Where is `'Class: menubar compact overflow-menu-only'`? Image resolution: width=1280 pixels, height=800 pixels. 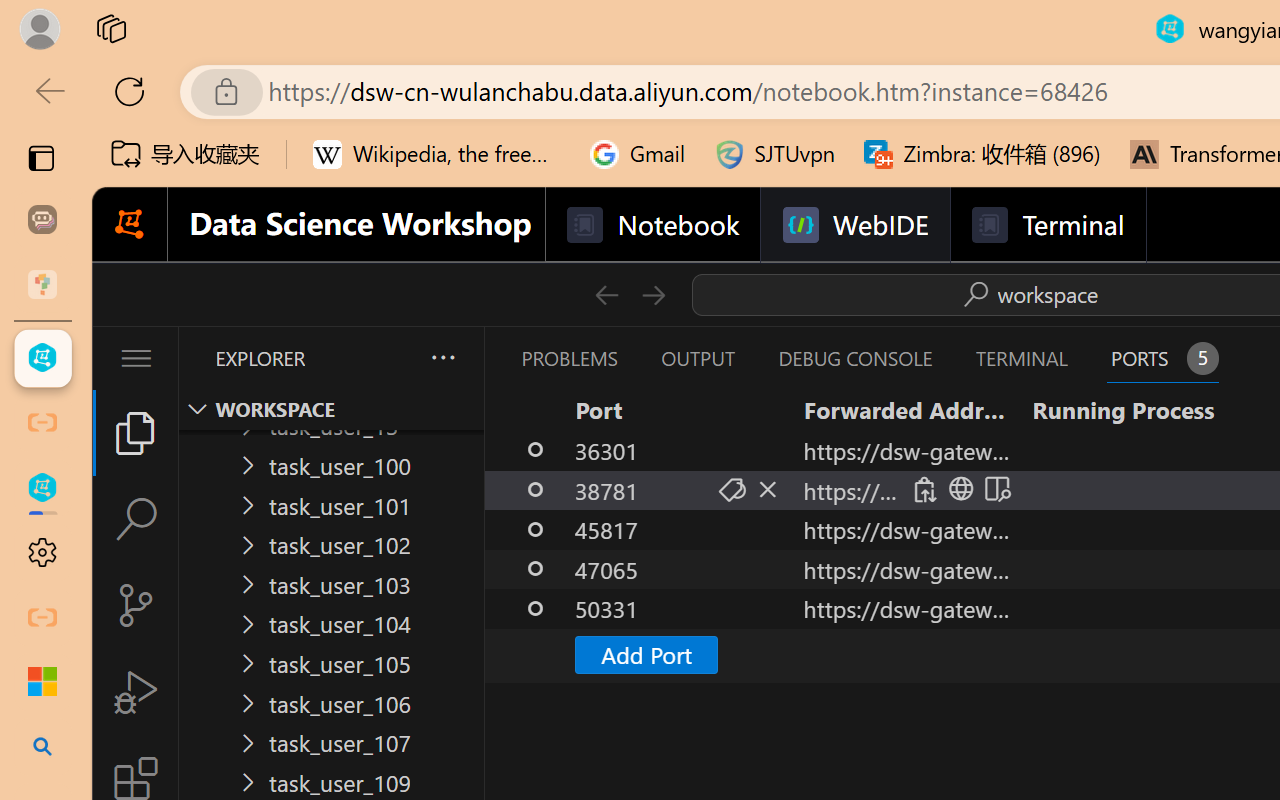 'Class: menubar compact overflow-menu-only' is located at coordinates (134, 358).